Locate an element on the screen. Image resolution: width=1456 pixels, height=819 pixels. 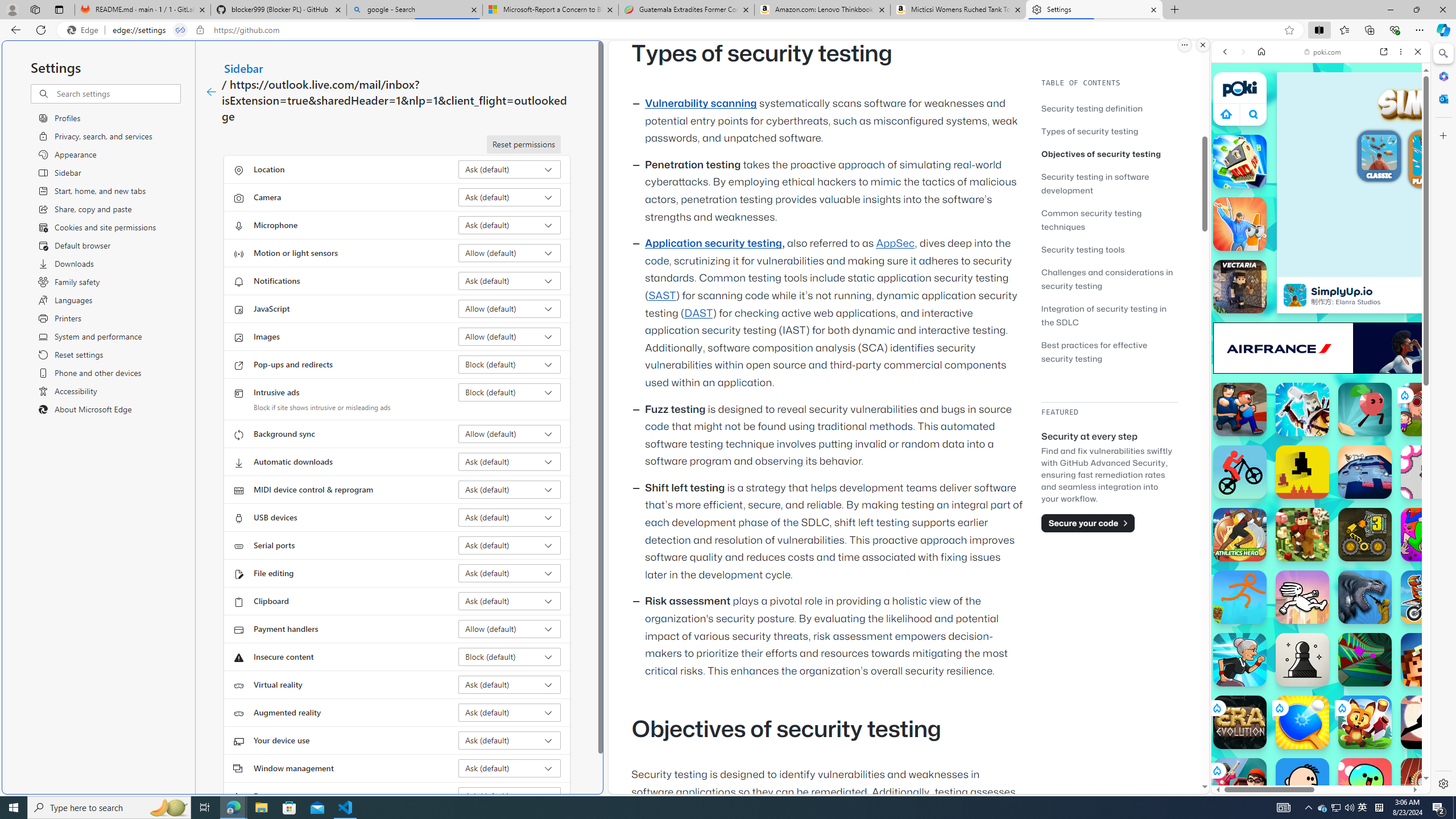
'SUBWAY SURFERS - Play Online for Free! | Poki' is located at coordinates (1316, 764).